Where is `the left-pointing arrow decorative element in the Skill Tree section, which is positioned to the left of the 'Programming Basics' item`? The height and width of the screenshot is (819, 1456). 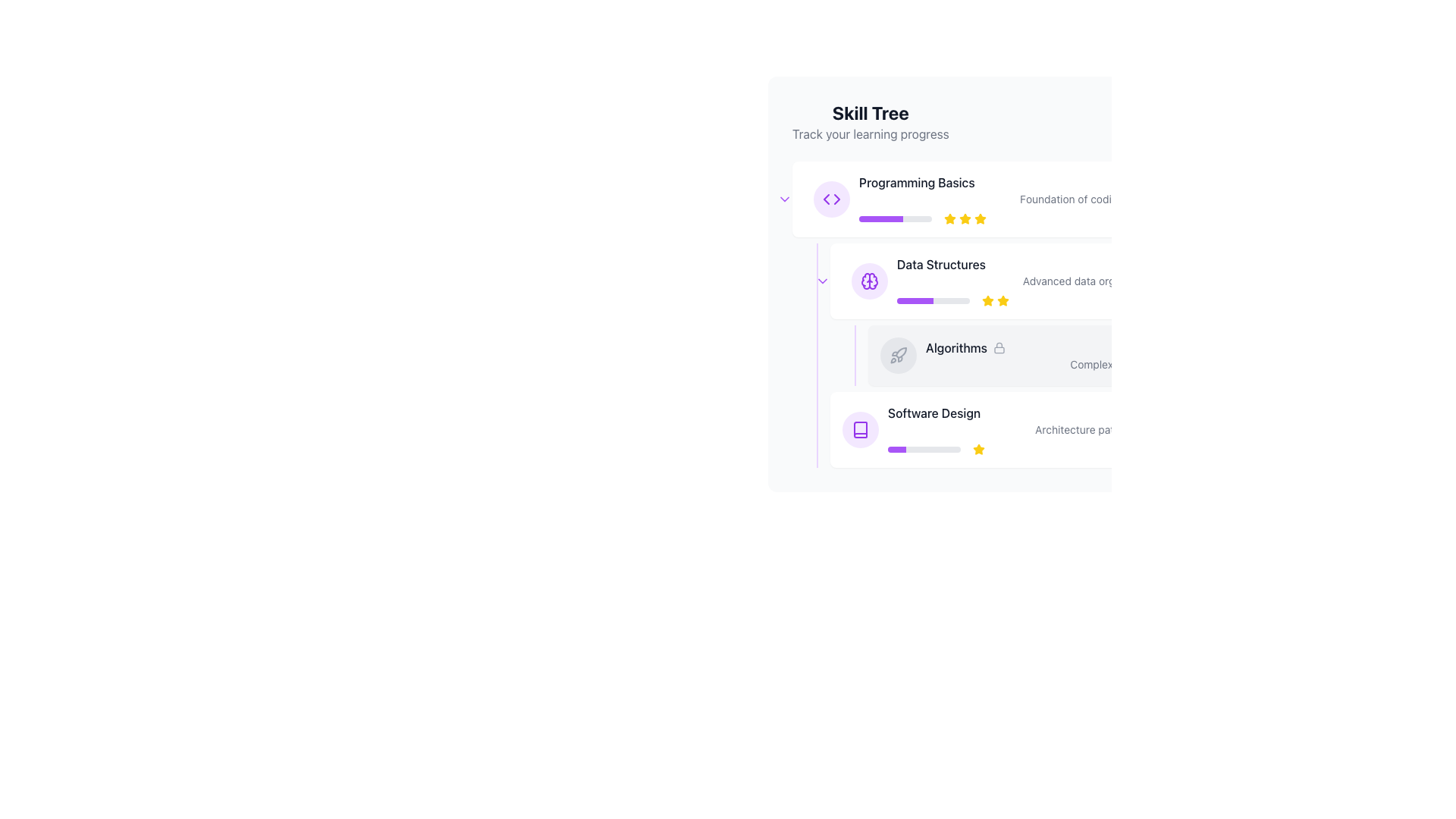 the left-pointing arrow decorative element in the Skill Tree section, which is positioned to the left of the 'Programming Basics' item is located at coordinates (825, 198).